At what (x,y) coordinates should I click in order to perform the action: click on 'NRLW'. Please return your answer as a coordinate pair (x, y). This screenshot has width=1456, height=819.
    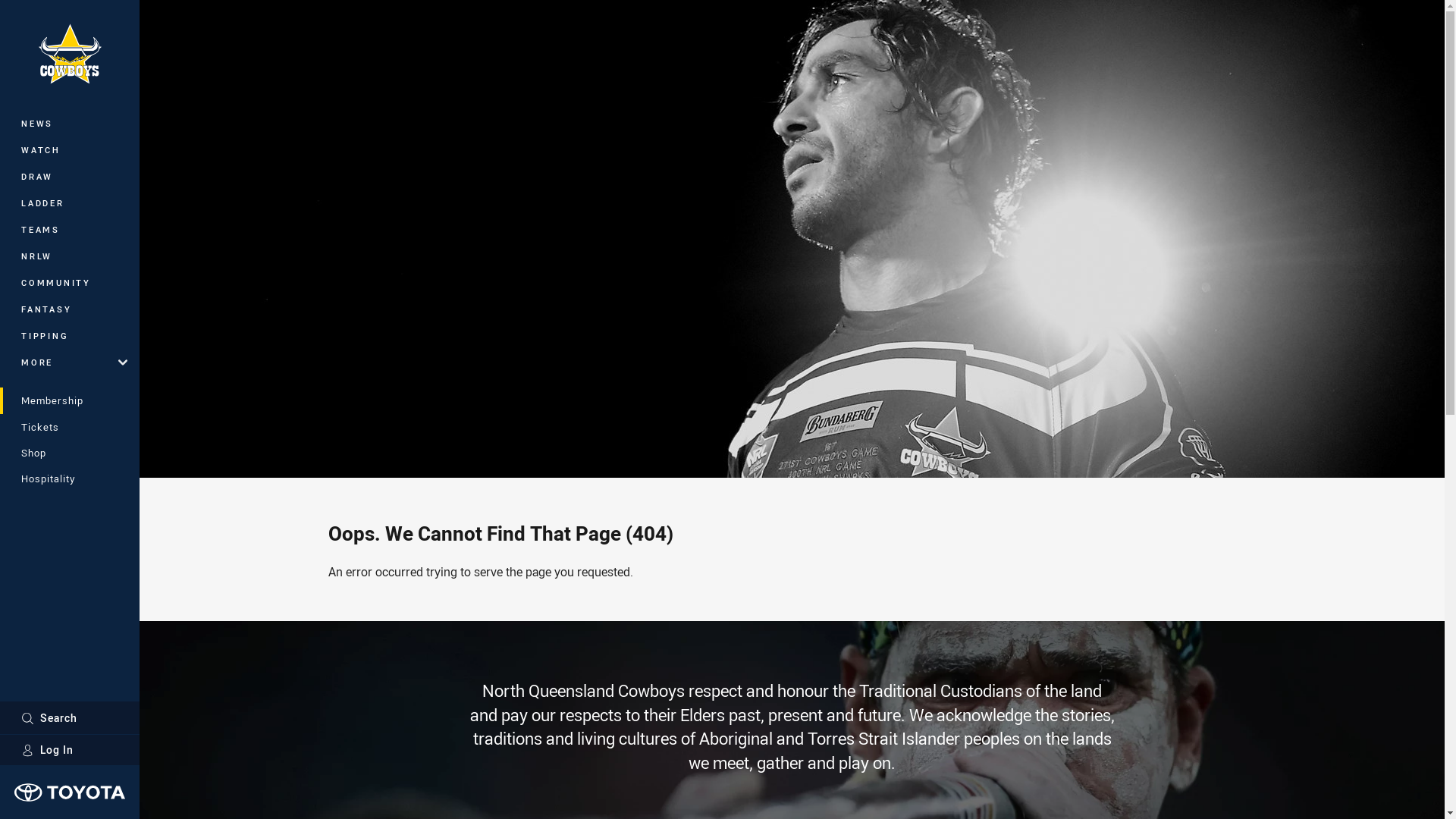
    Looking at the image, I should click on (68, 255).